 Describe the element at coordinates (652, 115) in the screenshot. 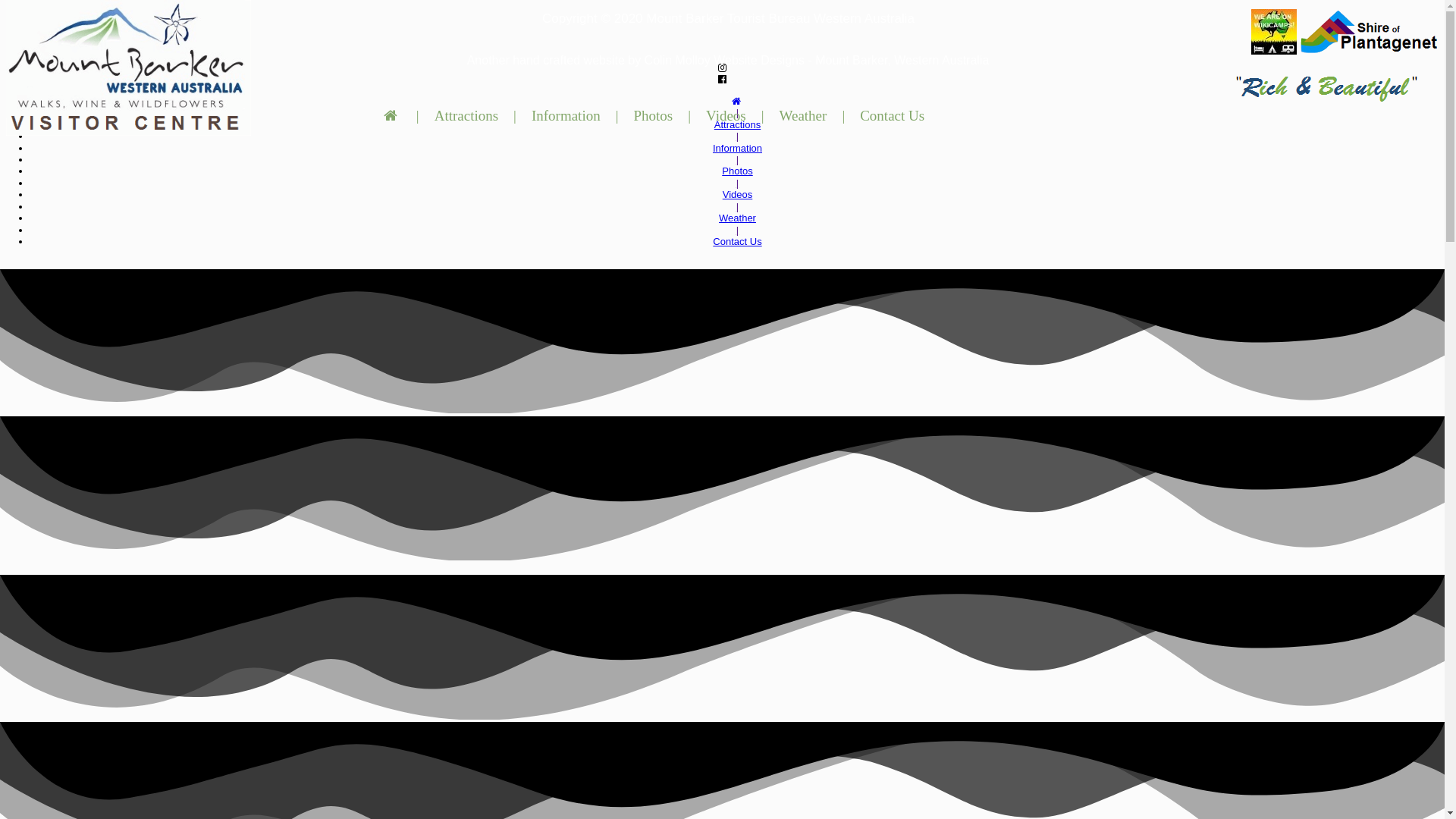

I see `'Photos'` at that location.